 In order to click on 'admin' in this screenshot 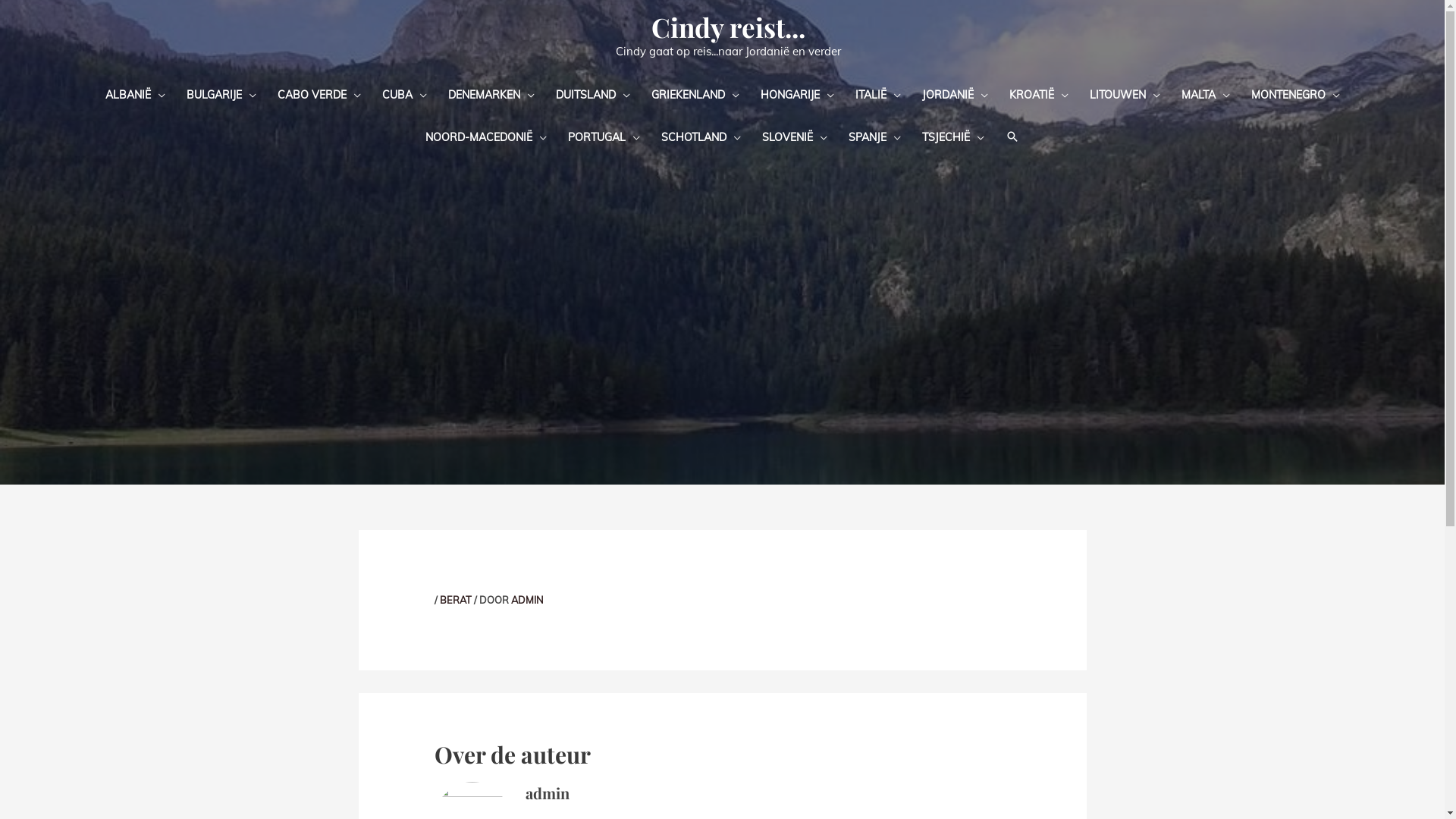, I will do `click(546, 792)`.